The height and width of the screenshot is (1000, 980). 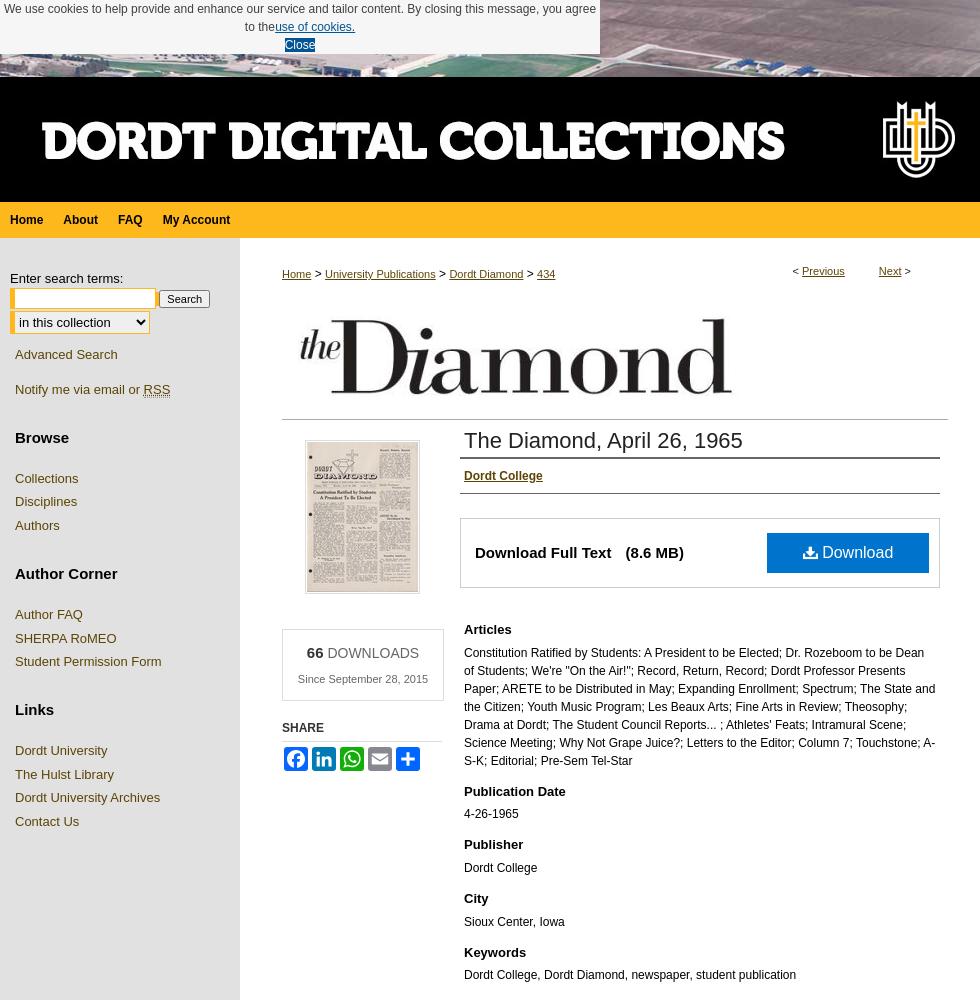 I want to click on '434', so click(x=545, y=274).